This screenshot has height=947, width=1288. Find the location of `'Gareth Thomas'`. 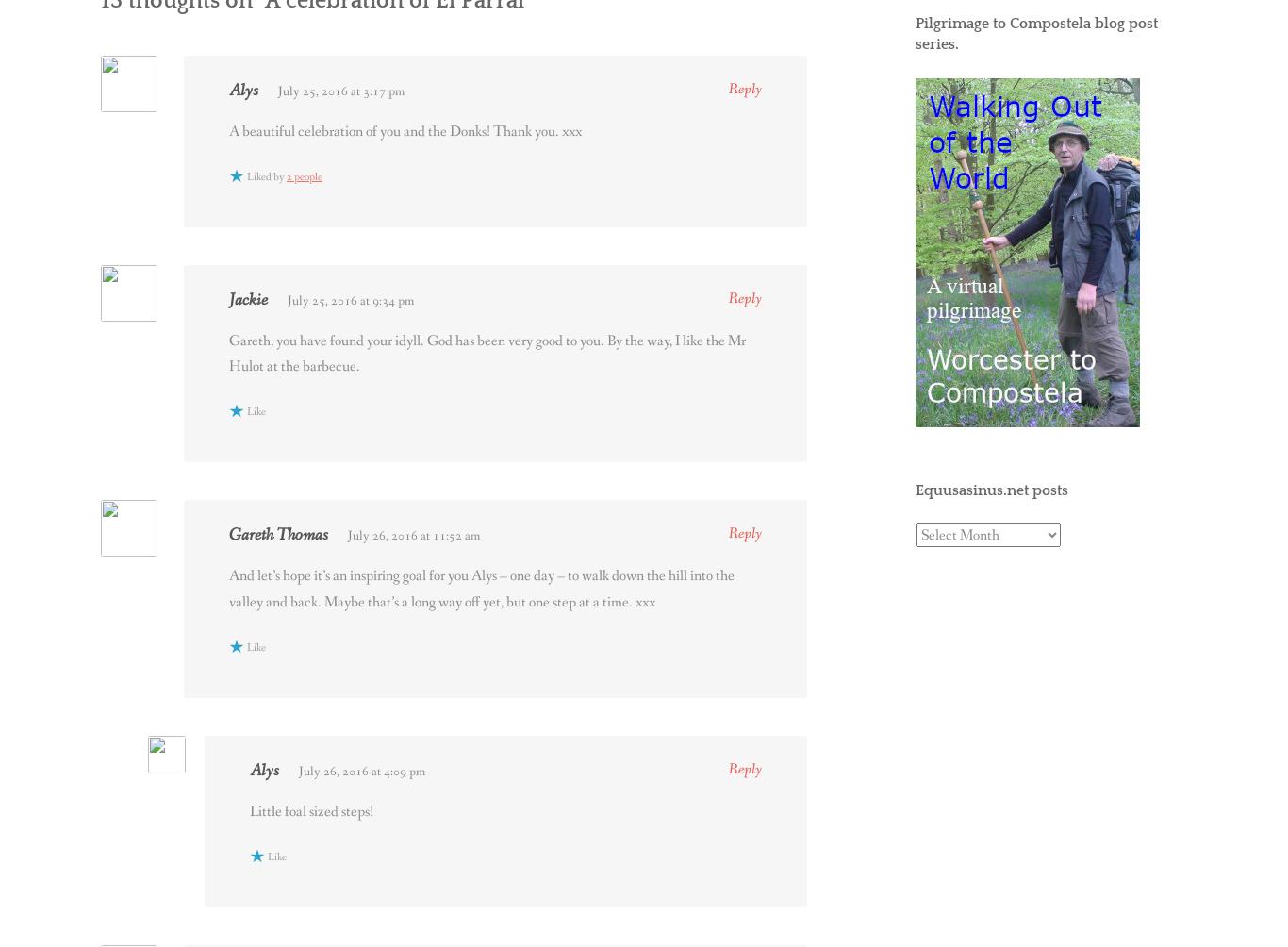

'Gareth Thomas' is located at coordinates (229, 534).